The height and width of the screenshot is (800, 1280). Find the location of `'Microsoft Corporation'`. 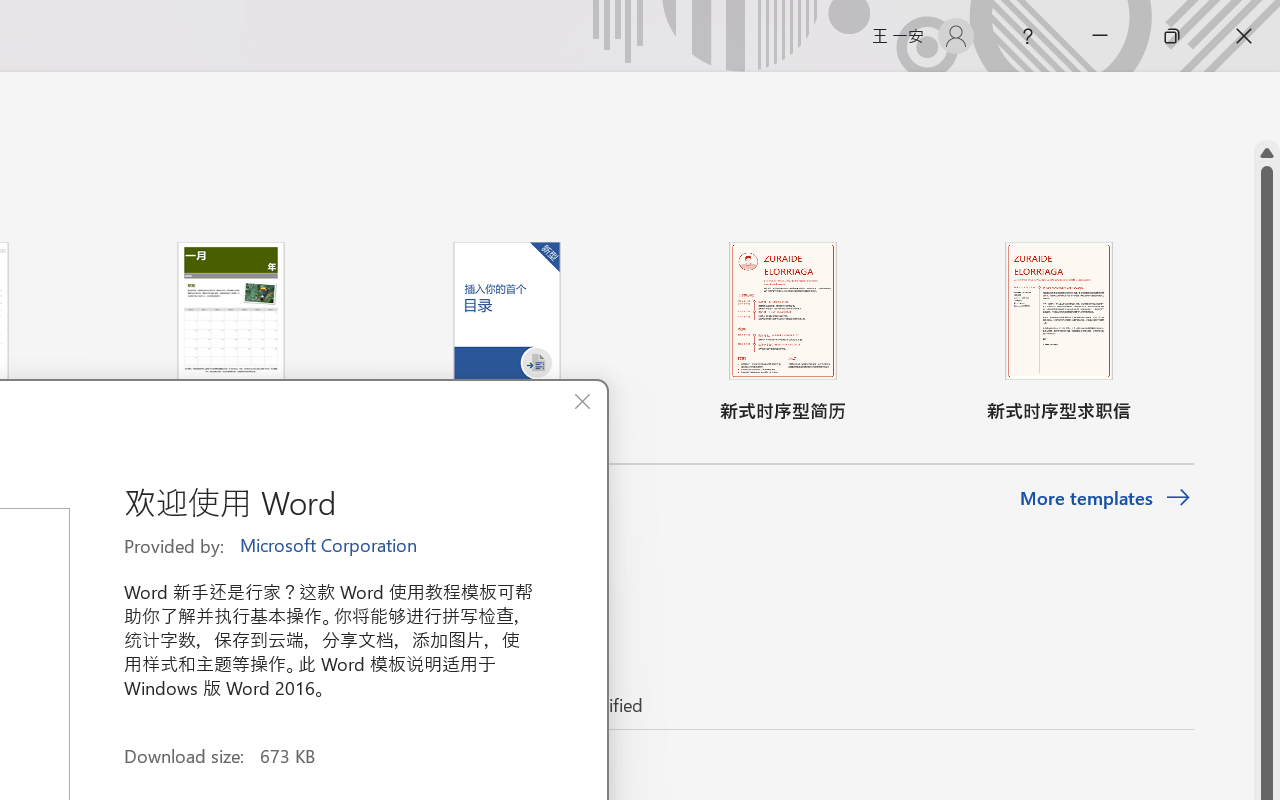

'Microsoft Corporation' is located at coordinates (330, 546).